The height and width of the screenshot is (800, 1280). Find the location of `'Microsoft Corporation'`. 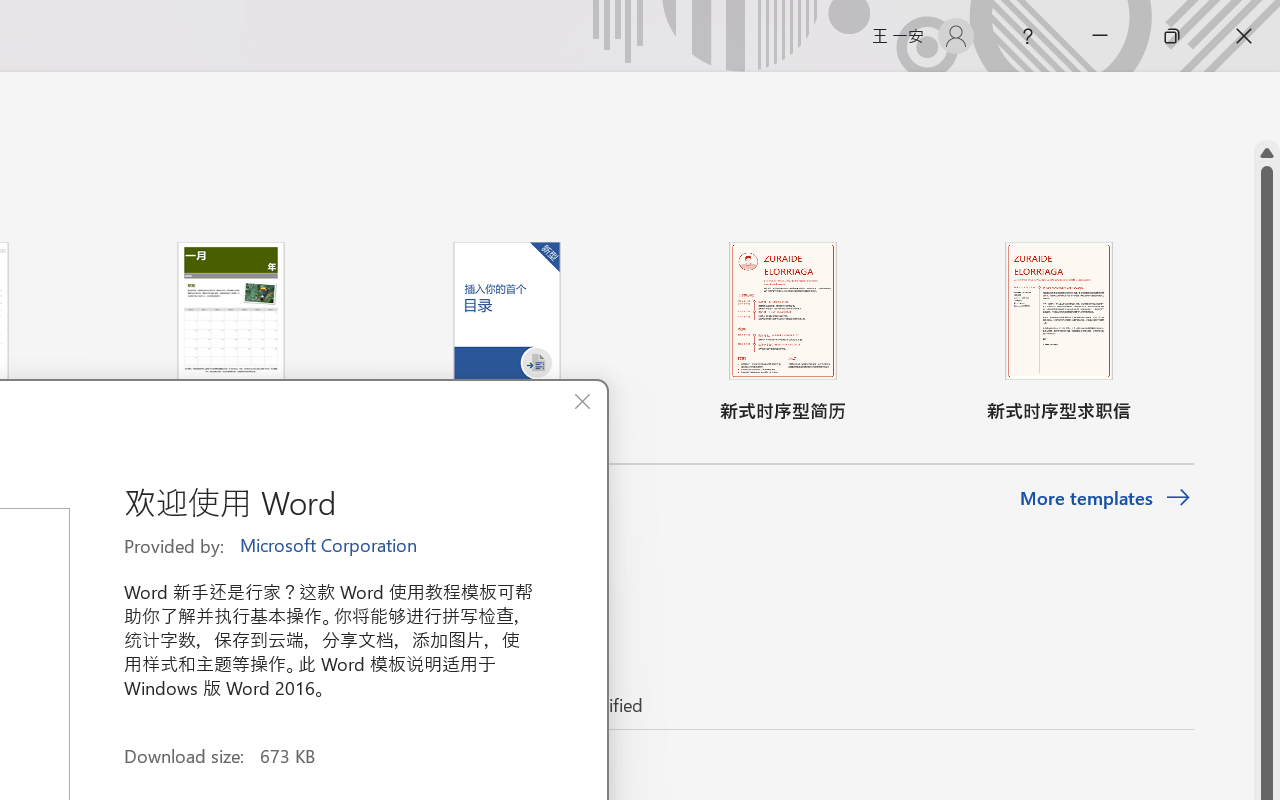

'Microsoft Corporation' is located at coordinates (330, 546).